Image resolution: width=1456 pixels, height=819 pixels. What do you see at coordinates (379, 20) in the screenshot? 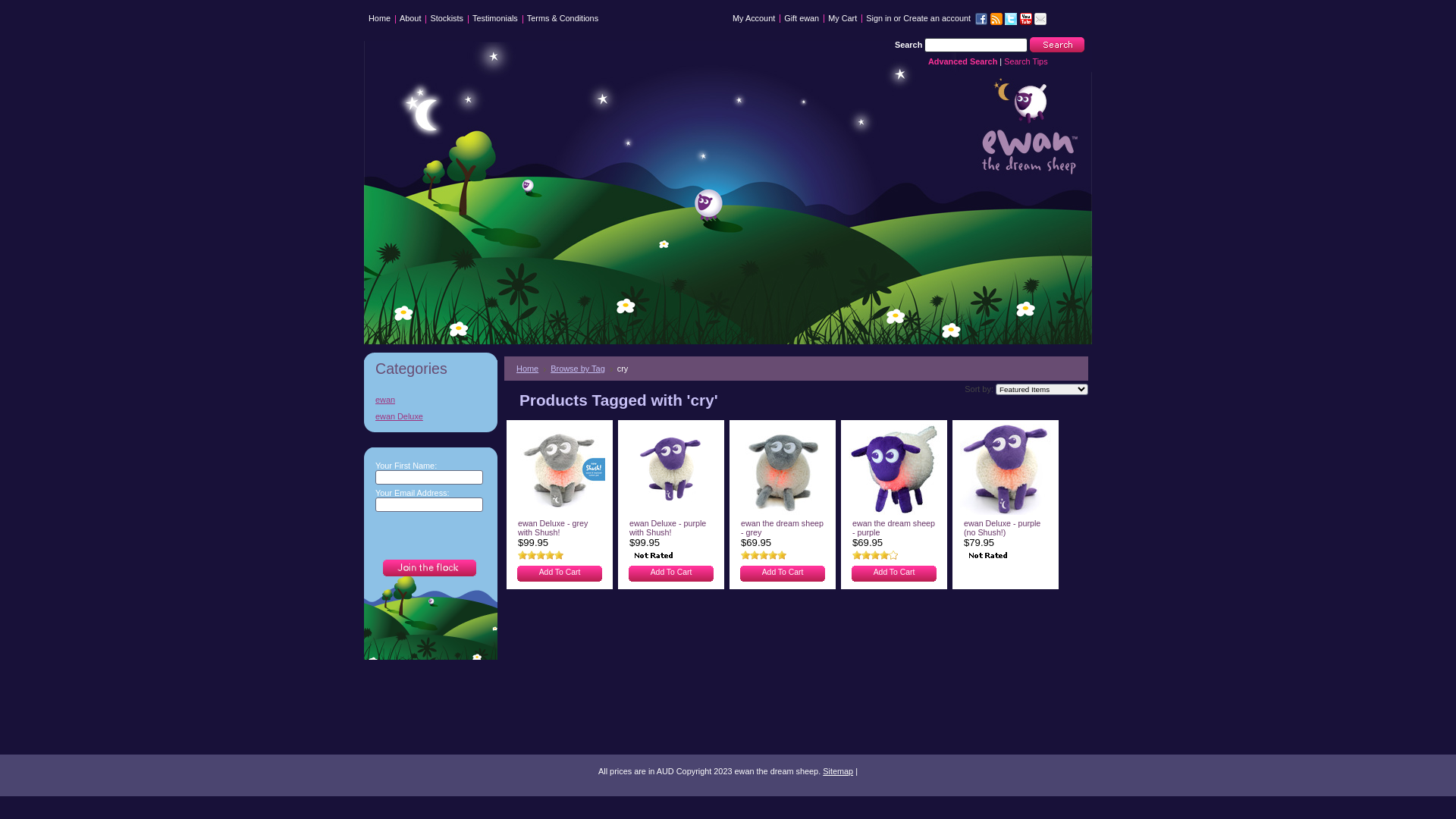
I see `'Home'` at bounding box center [379, 20].